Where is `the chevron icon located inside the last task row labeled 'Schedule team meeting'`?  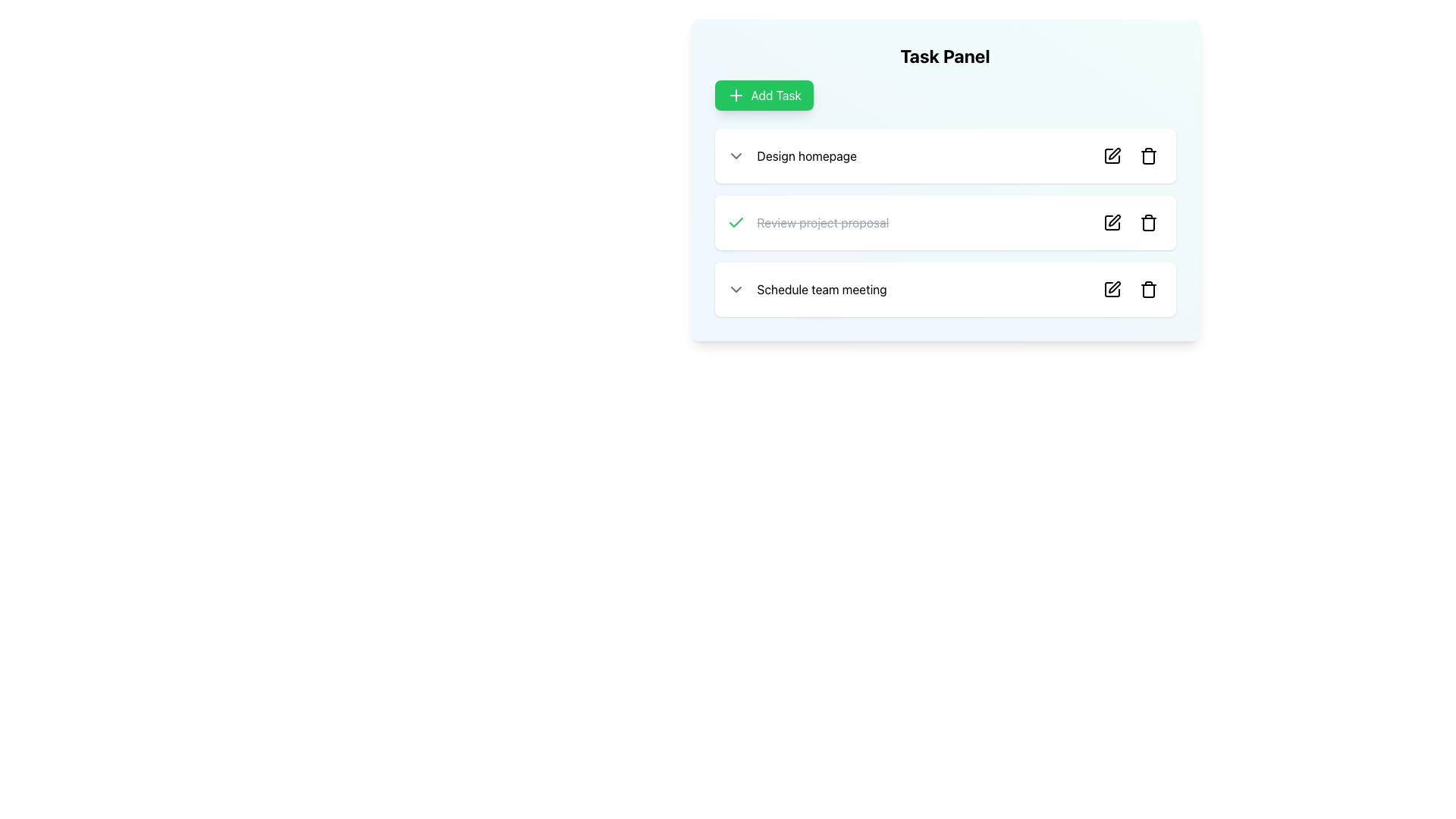
the chevron icon located inside the last task row labeled 'Schedule team meeting' is located at coordinates (736, 289).